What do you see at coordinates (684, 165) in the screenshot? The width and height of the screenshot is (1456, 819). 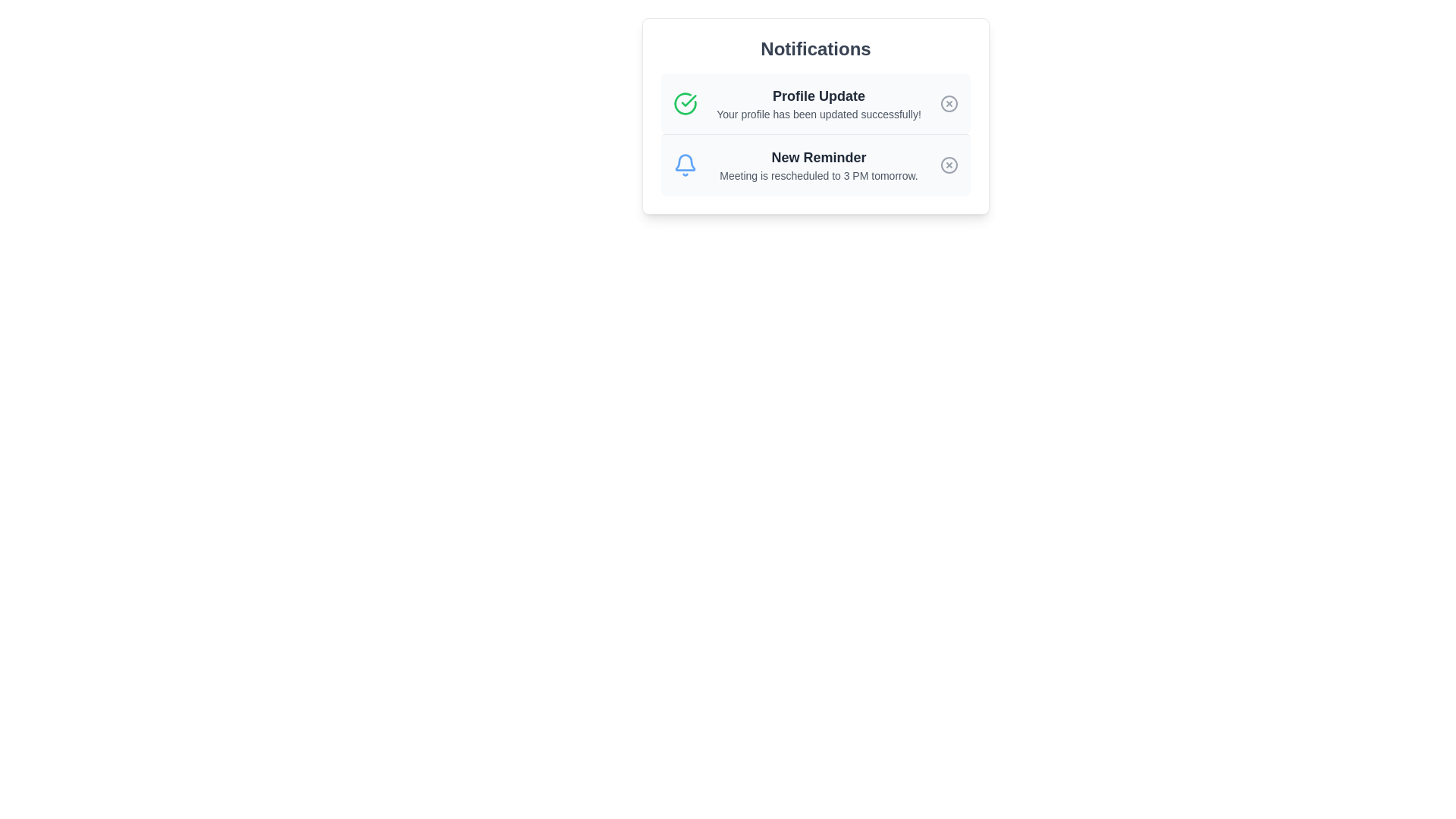 I see `the bell-shaped icon with a blue outline, positioned to the left of the 'New Reminder' text` at bounding box center [684, 165].